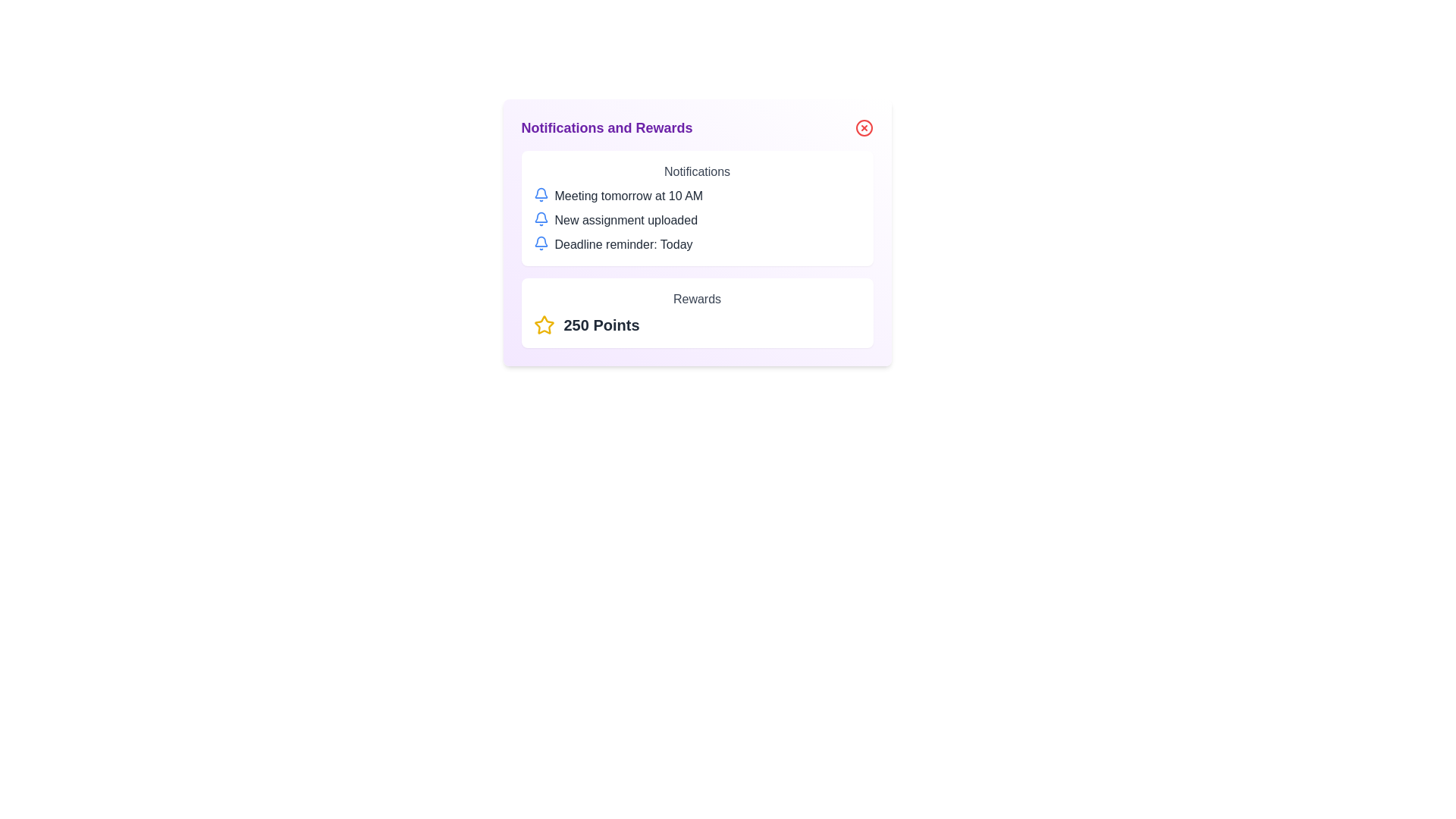 This screenshot has height=819, width=1456. I want to click on the Text Label displaying '250 Points' in the rewards section, located to the right of the golden star icon, so click(601, 324).